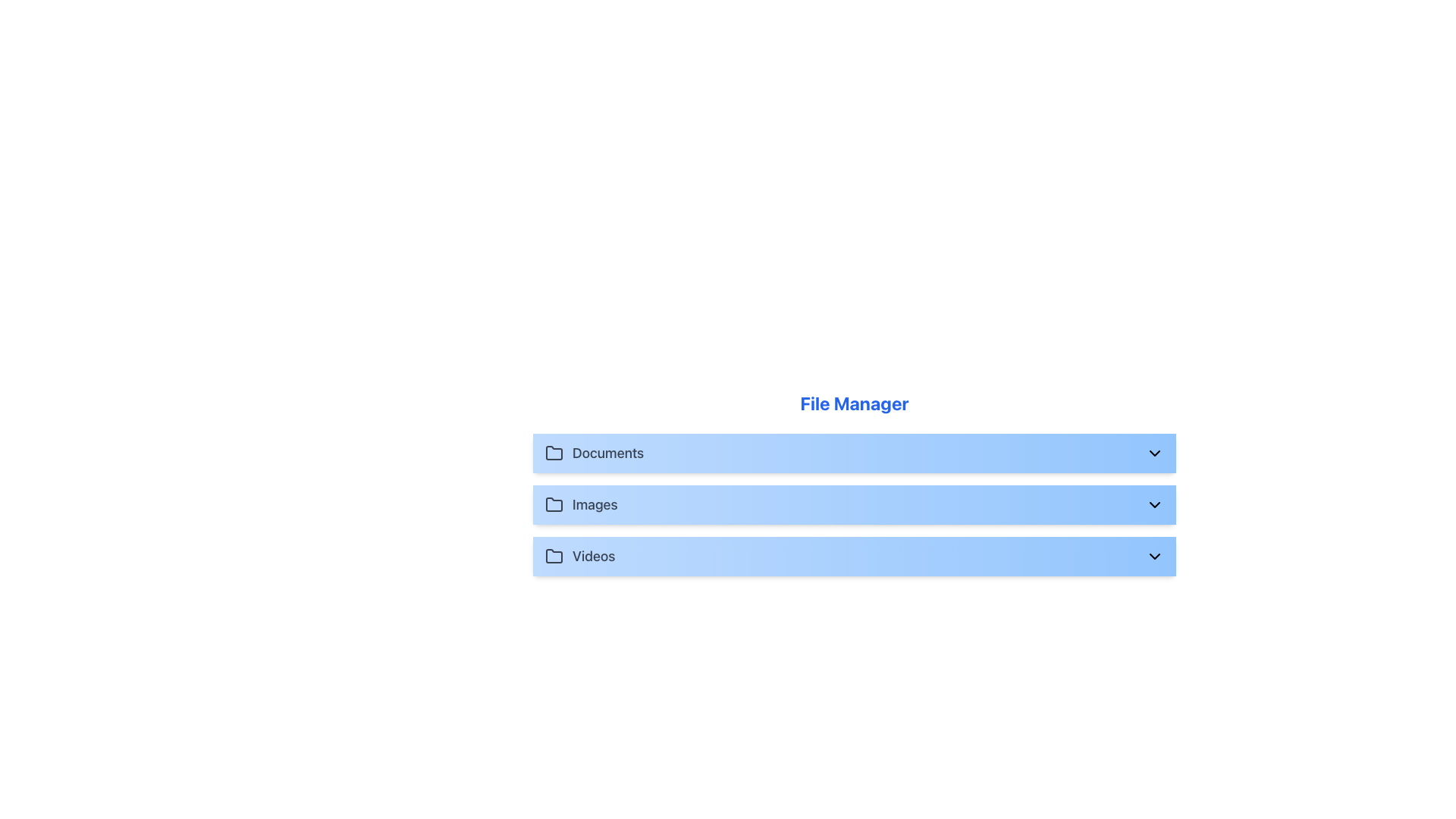 The width and height of the screenshot is (1456, 819). What do you see at coordinates (579, 556) in the screenshot?
I see `the 'Videos' list item` at bounding box center [579, 556].